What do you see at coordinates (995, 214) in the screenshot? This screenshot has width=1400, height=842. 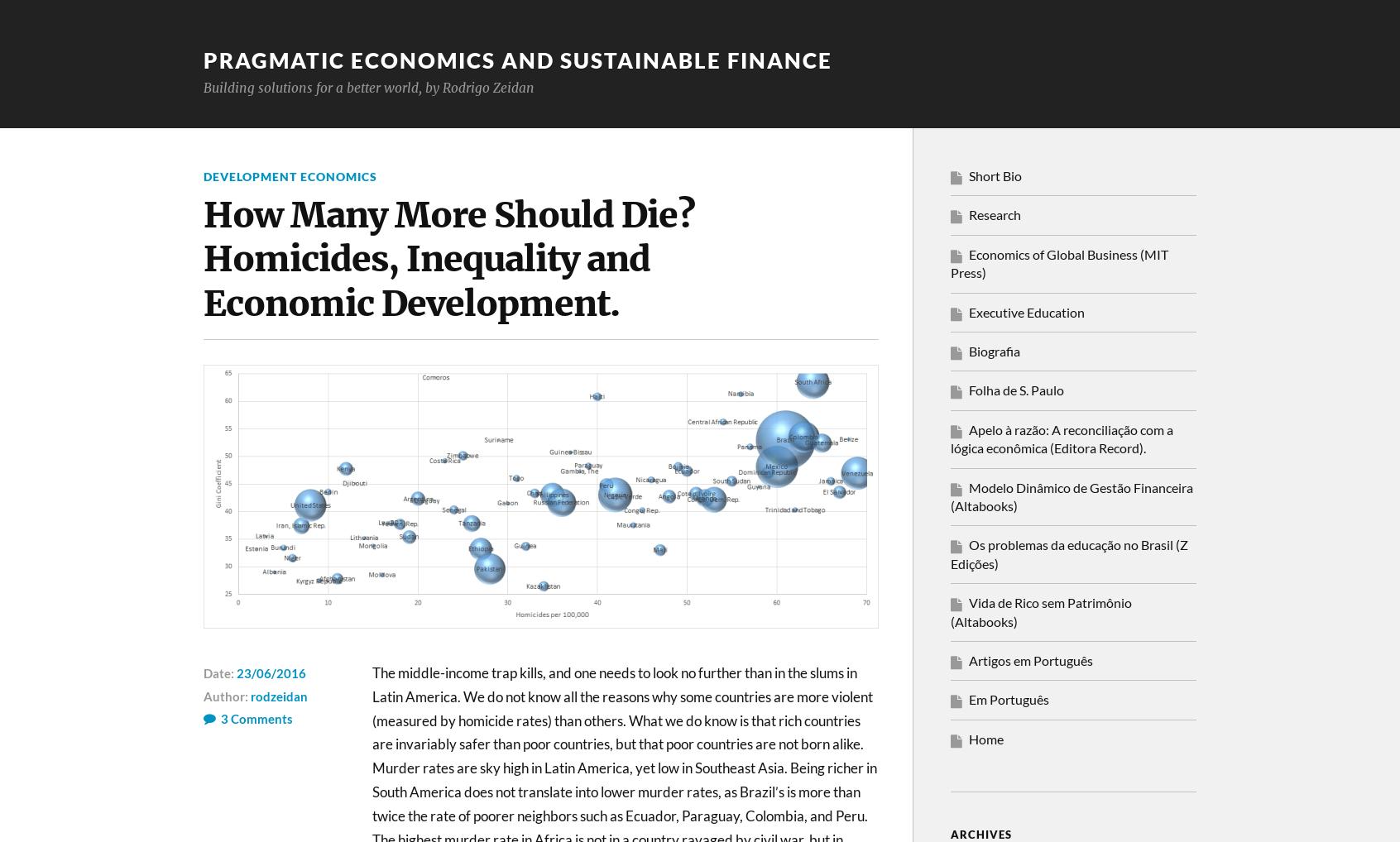 I see `'Research'` at bounding box center [995, 214].